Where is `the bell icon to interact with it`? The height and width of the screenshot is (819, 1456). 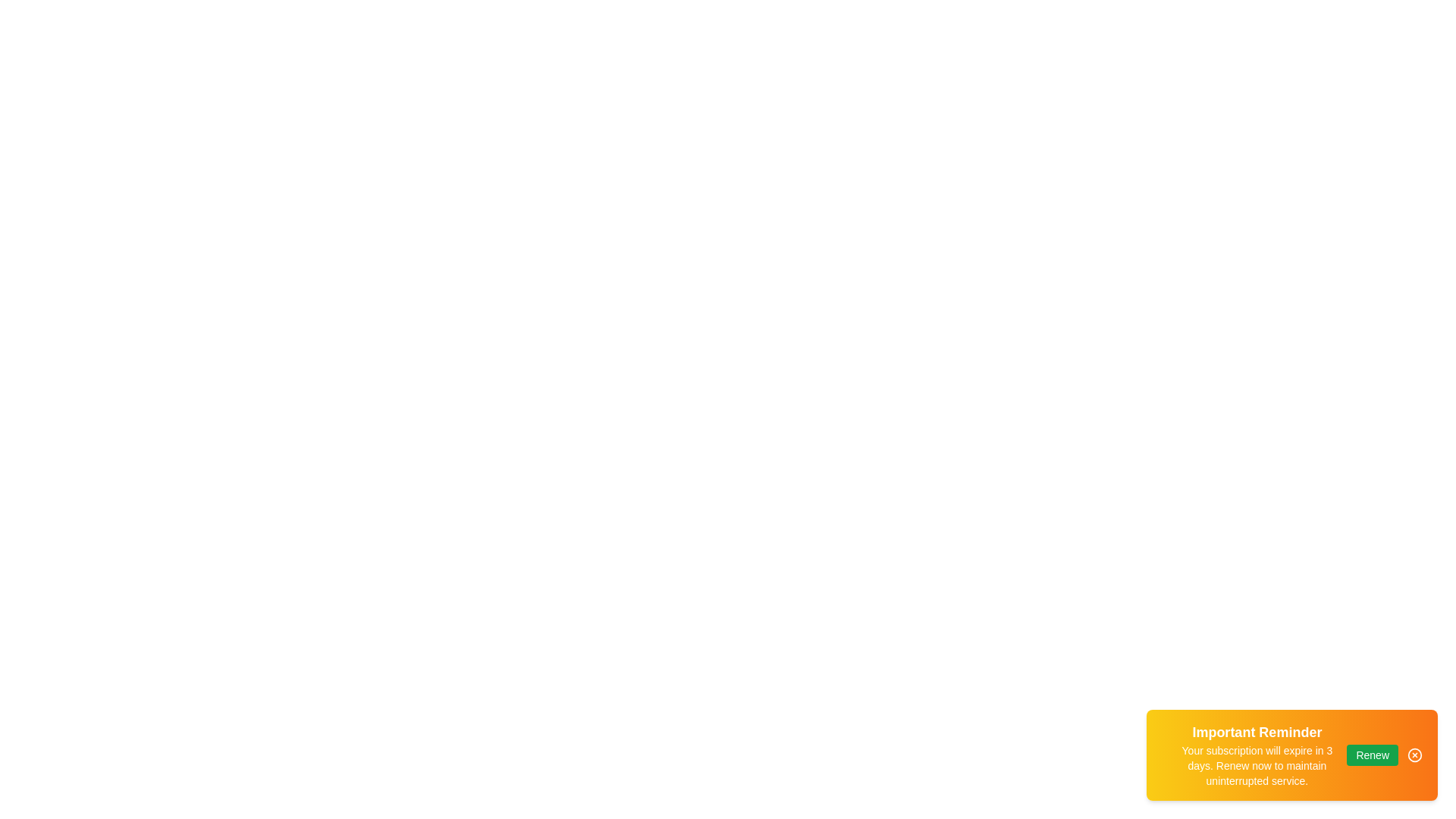 the bell icon to interact with it is located at coordinates (1162, 755).